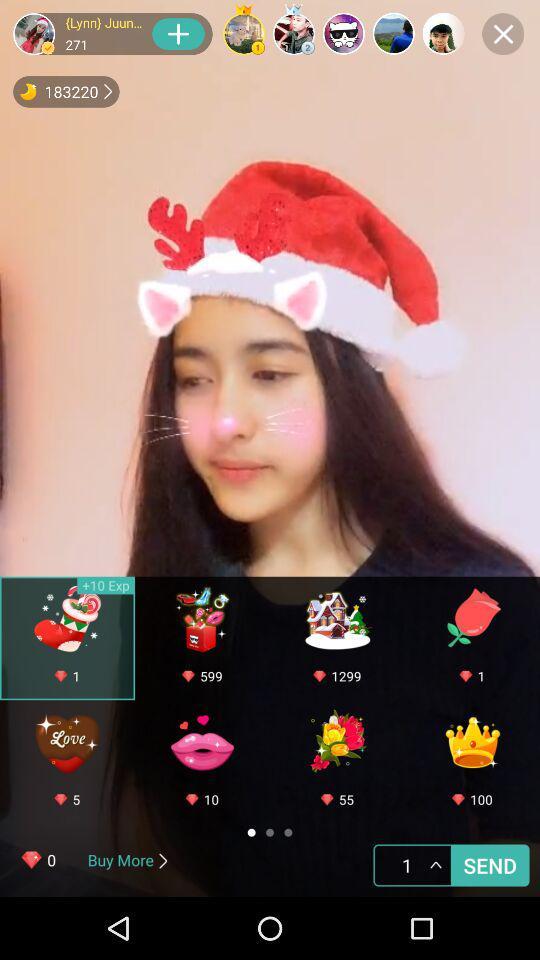 This screenshot has width=540, height=960. Describe the element at coordinates (502, 33) in the screenshot. I see `the close icon` at that location.